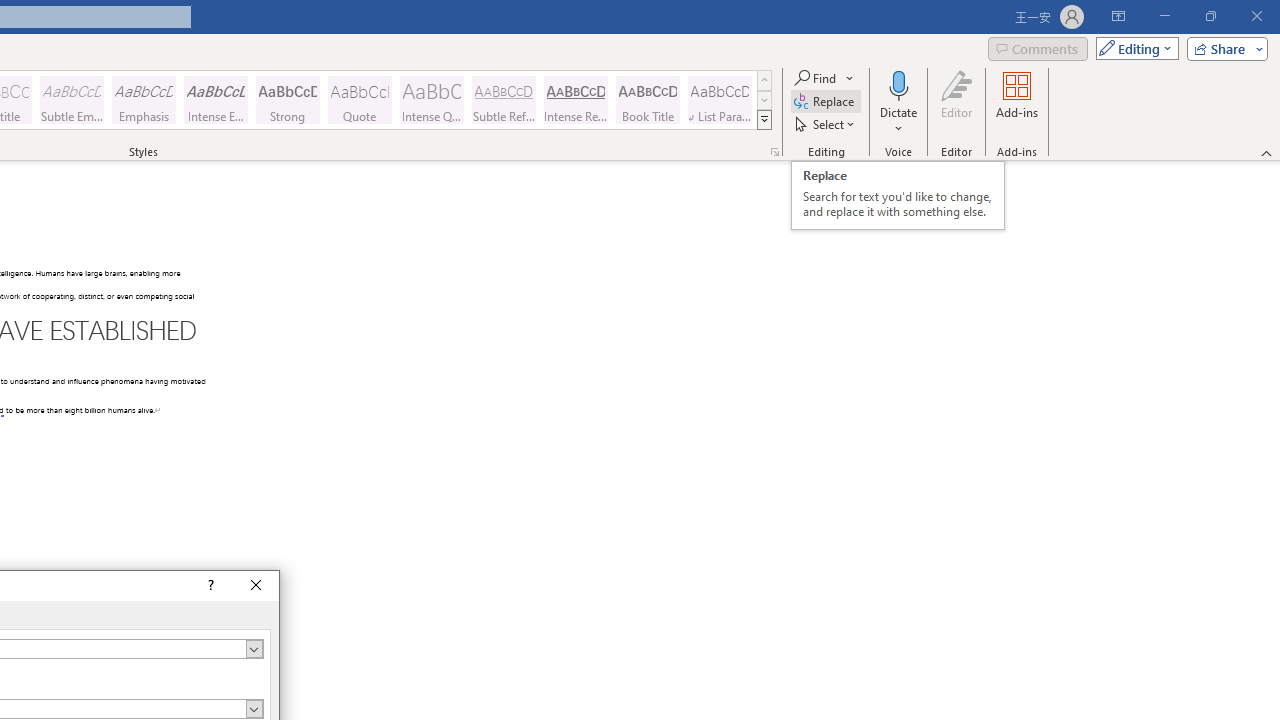  Describe the element at coordinates (826, 101) in the screenshot. I see `'Replace...'` at that location.